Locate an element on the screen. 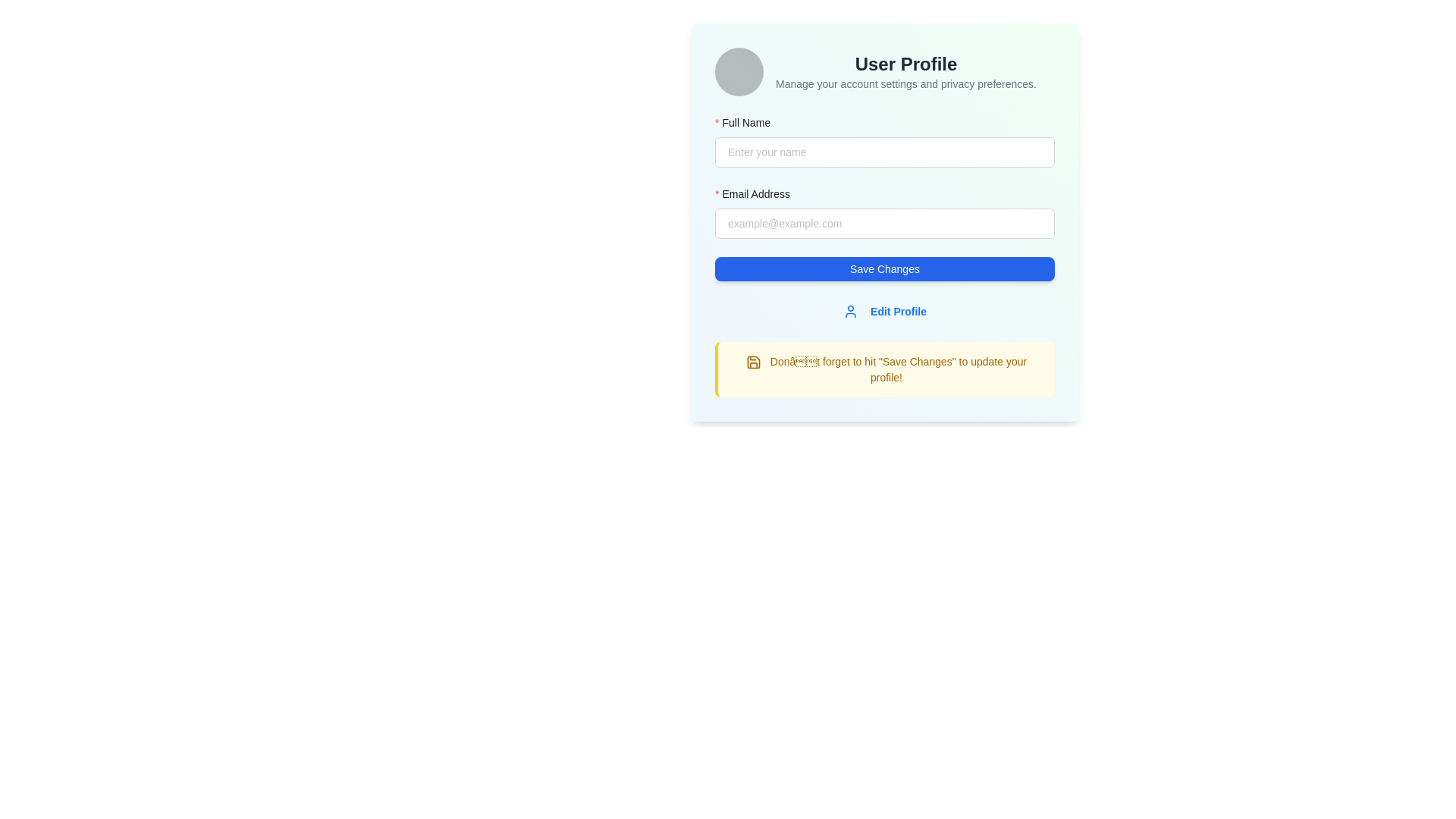 This screenshot has width=1456, height=819. the save icon located to the left of the 'Don’t forget to hit "Save Changes" to update your profile!' text within the yellow warning box is located at coordinates (753, 362).